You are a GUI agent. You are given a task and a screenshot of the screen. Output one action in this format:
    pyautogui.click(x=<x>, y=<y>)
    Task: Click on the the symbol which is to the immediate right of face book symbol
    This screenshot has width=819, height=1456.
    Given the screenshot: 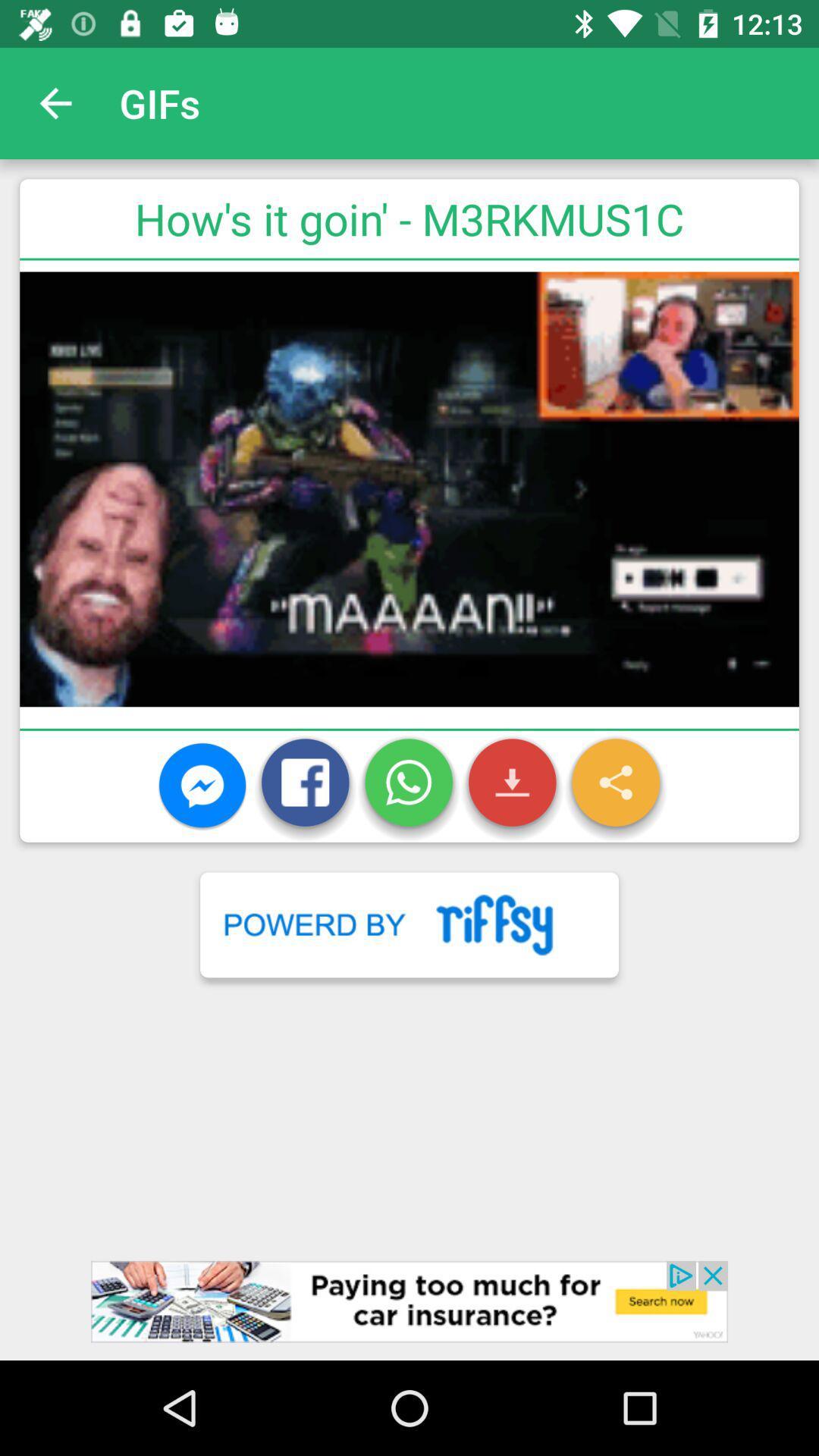 What is the action you would take?
    pyautogui.click(x=408, y=786)
    